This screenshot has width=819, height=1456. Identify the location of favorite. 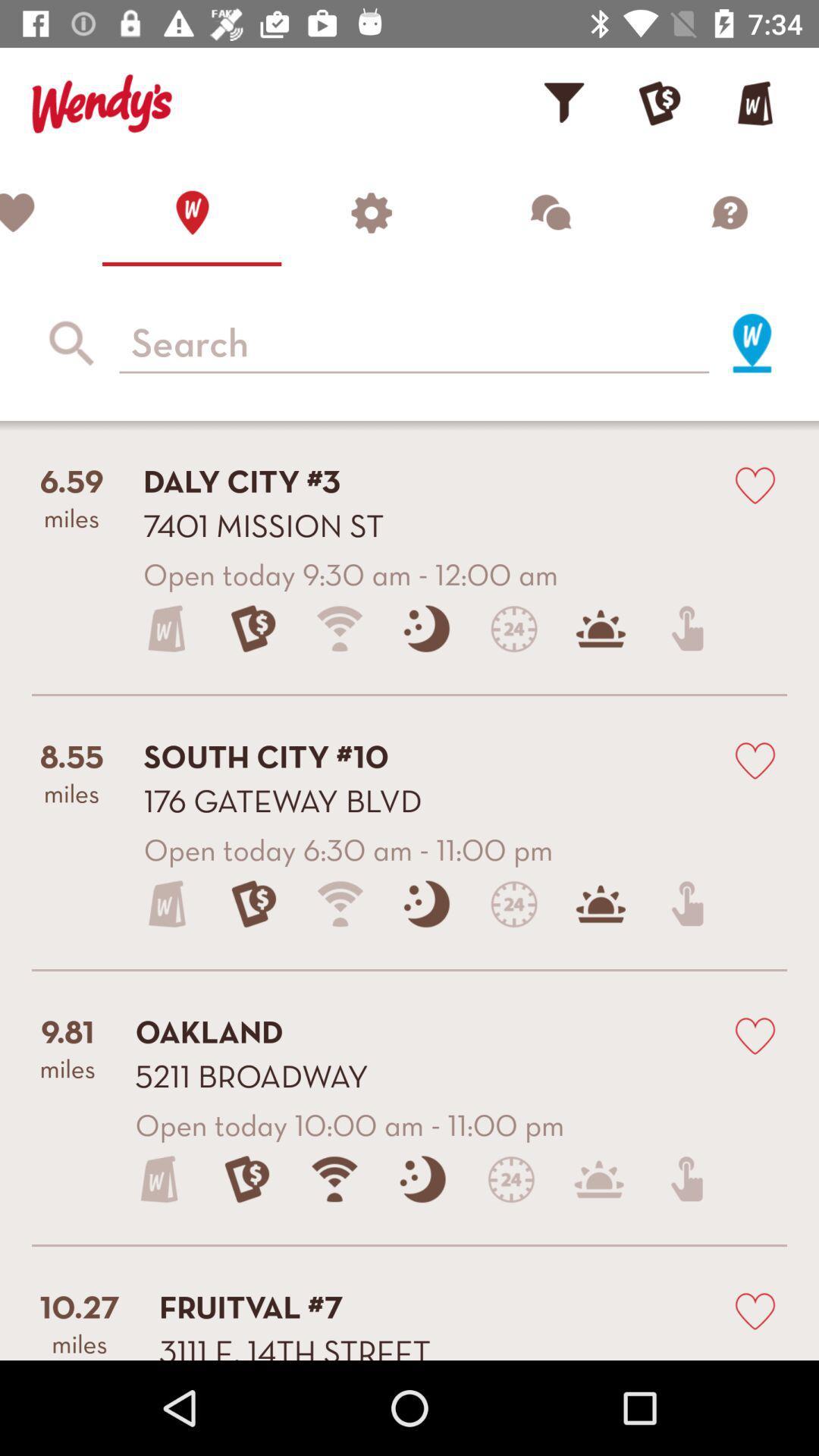
(755, 1310).